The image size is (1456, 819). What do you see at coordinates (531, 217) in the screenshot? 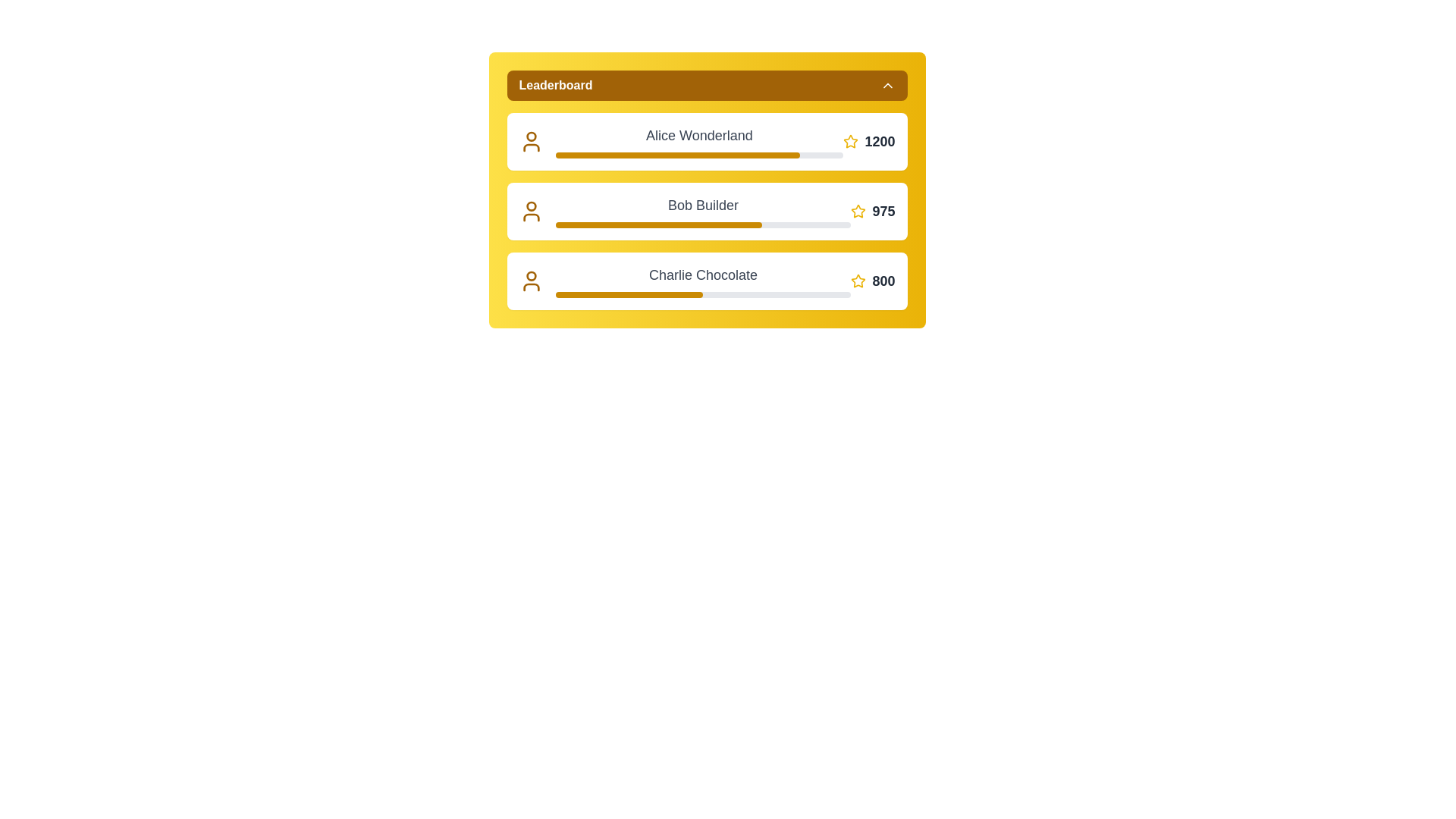
I see `the user profile icon resembling a torso section of a human figure, located to the left of the text 'Bob Builder' in the leaderboard` at bounding box center [531, 217].